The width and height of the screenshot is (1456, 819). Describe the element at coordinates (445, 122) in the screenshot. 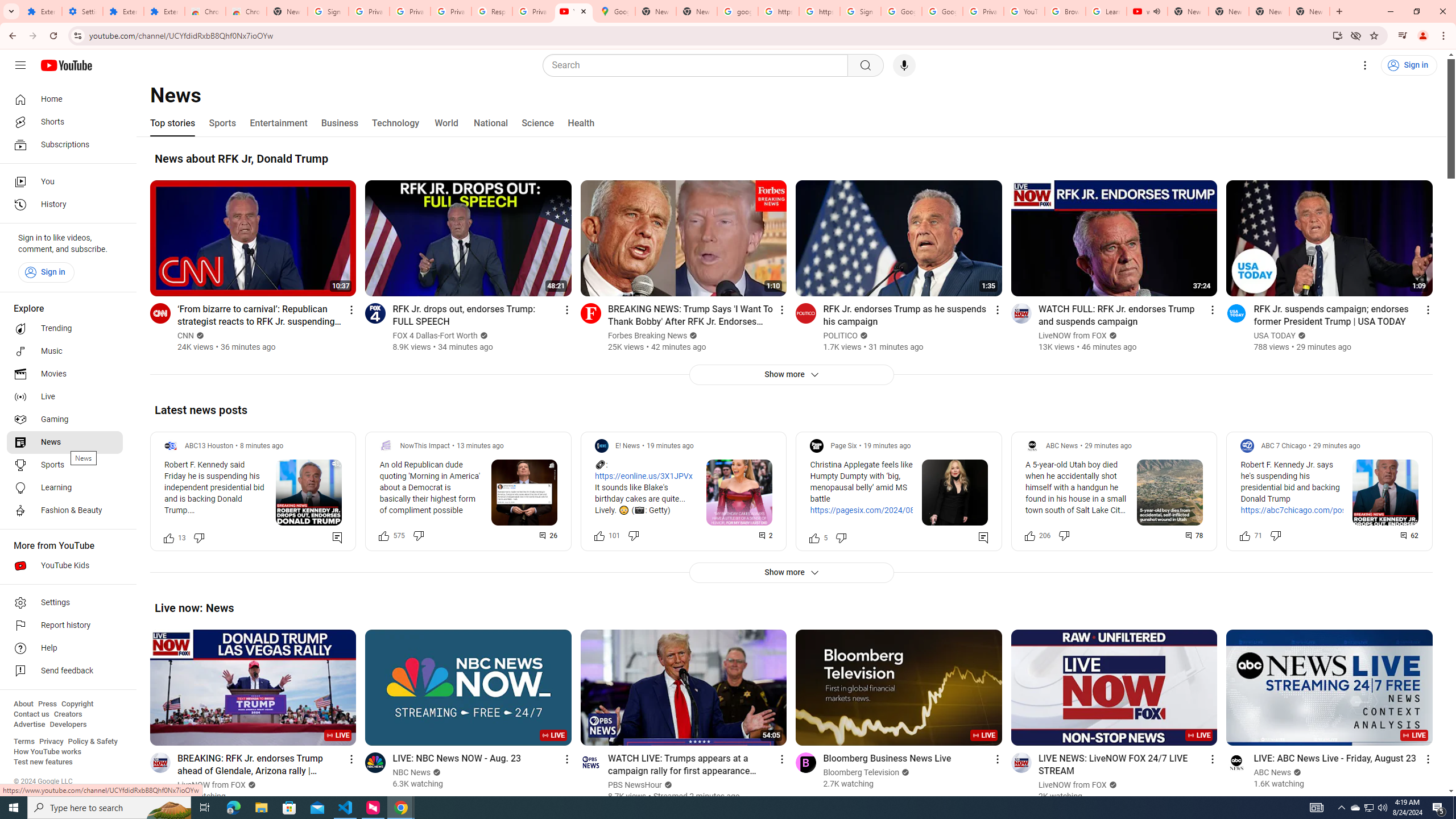

I see `'World'` at that location.